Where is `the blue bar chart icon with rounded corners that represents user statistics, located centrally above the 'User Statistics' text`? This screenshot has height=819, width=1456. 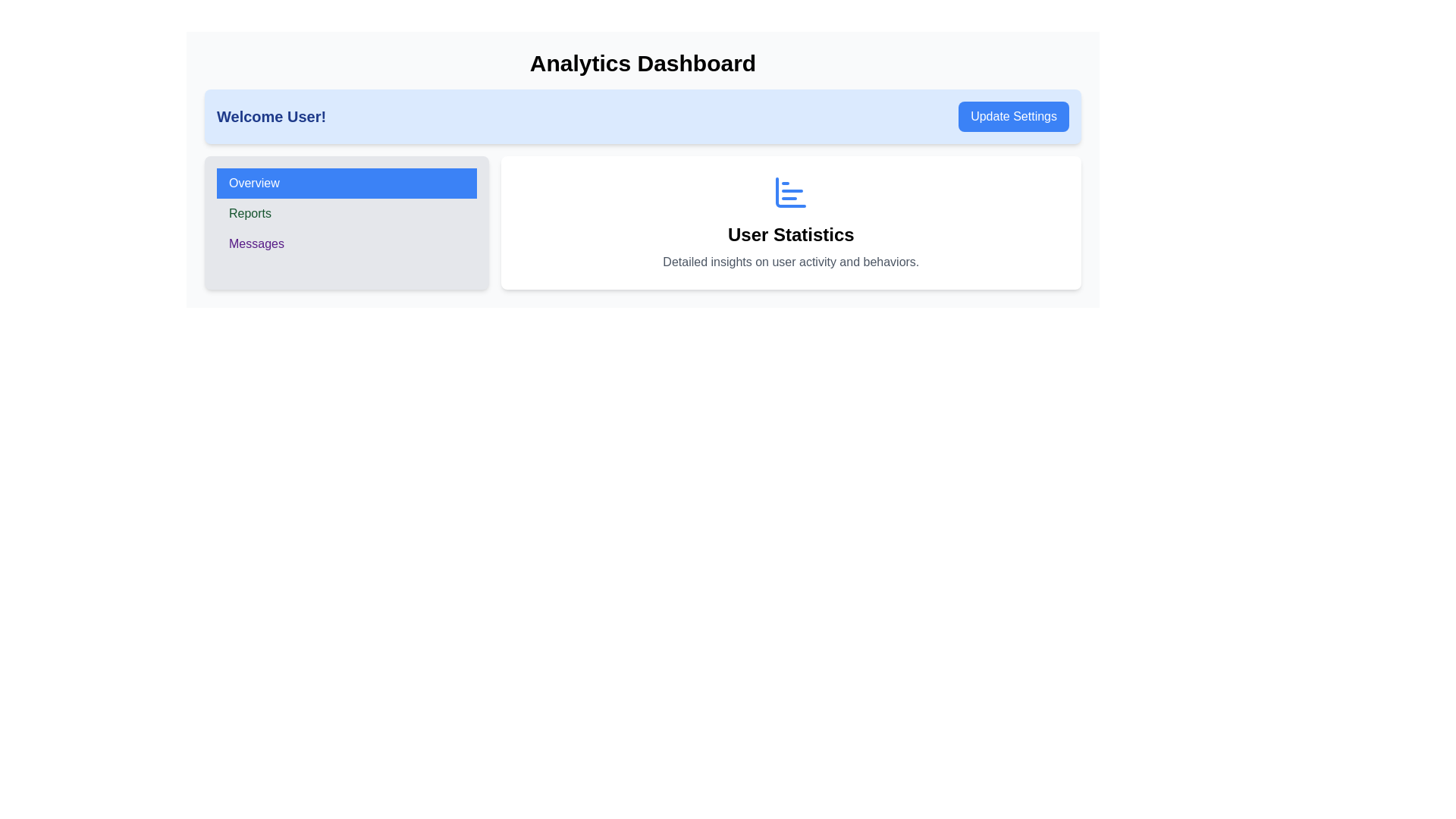
the blue bar chart icon with rounded corners that represents user statistics, located centrally above the 'User Statistics' text is located at coordinates (790, 192).